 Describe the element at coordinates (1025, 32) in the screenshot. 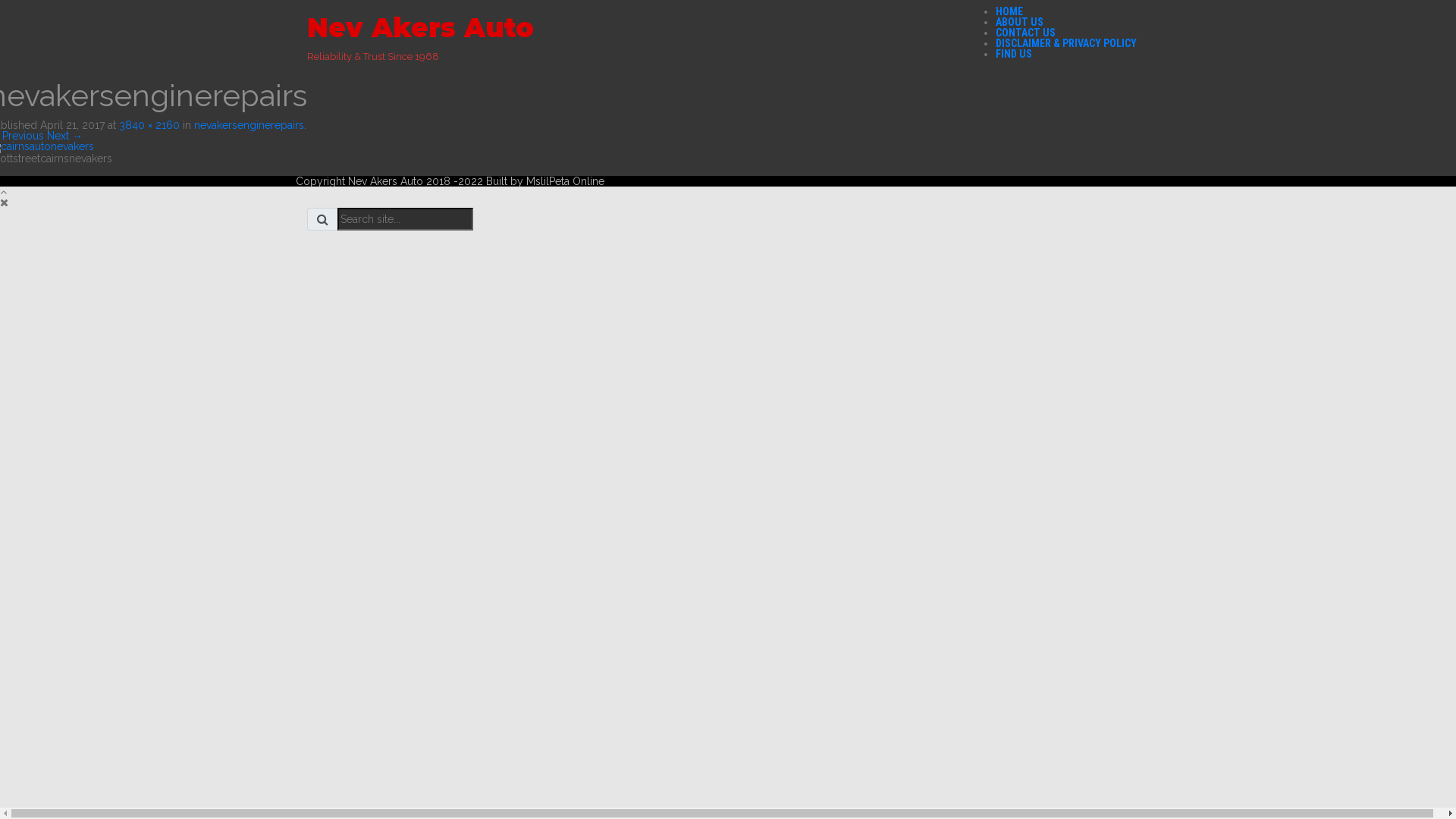

I see `'CONTACT US'` at that location.